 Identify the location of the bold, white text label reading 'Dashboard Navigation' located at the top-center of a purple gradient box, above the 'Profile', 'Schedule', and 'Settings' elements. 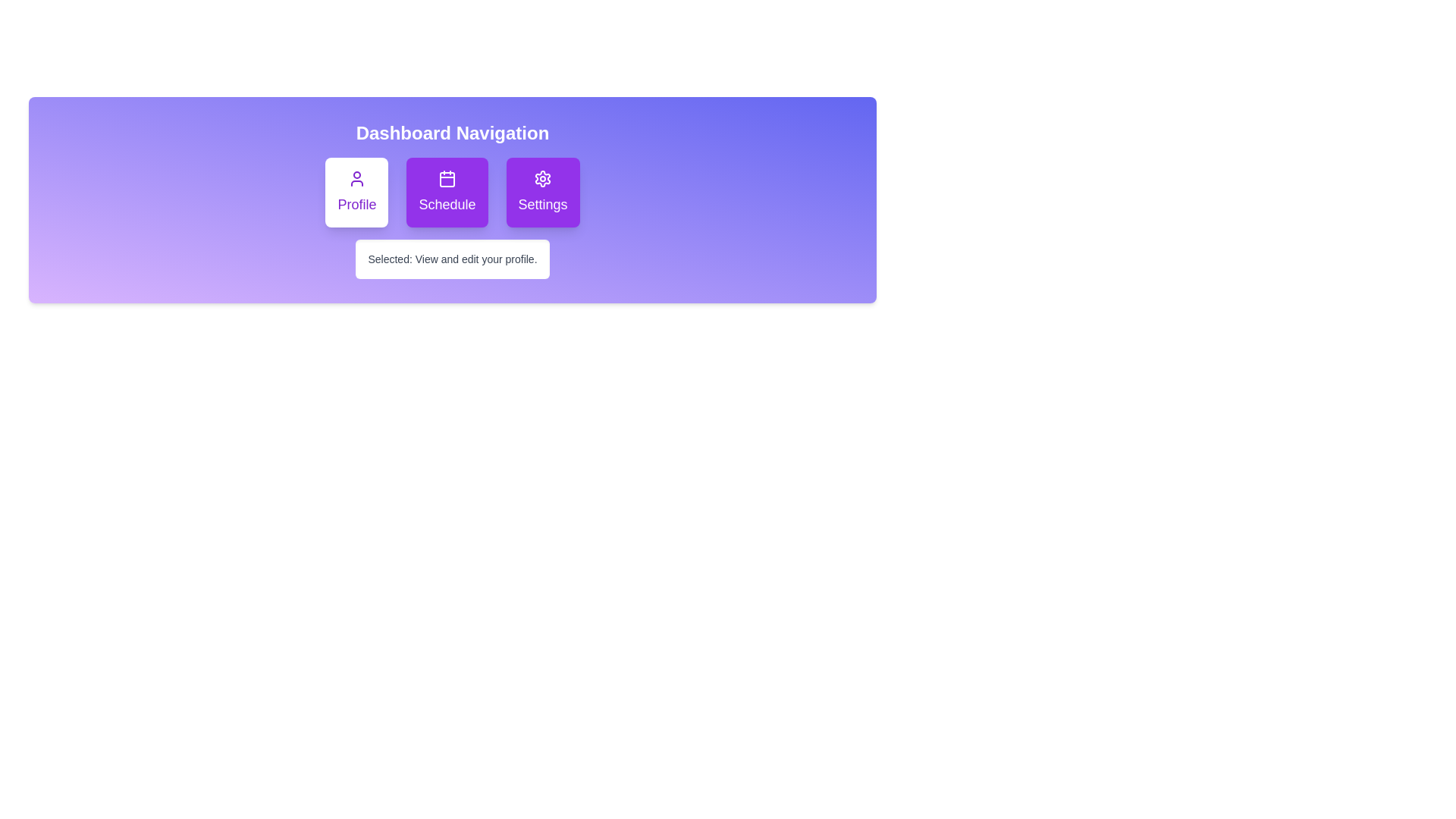
(451, 133).